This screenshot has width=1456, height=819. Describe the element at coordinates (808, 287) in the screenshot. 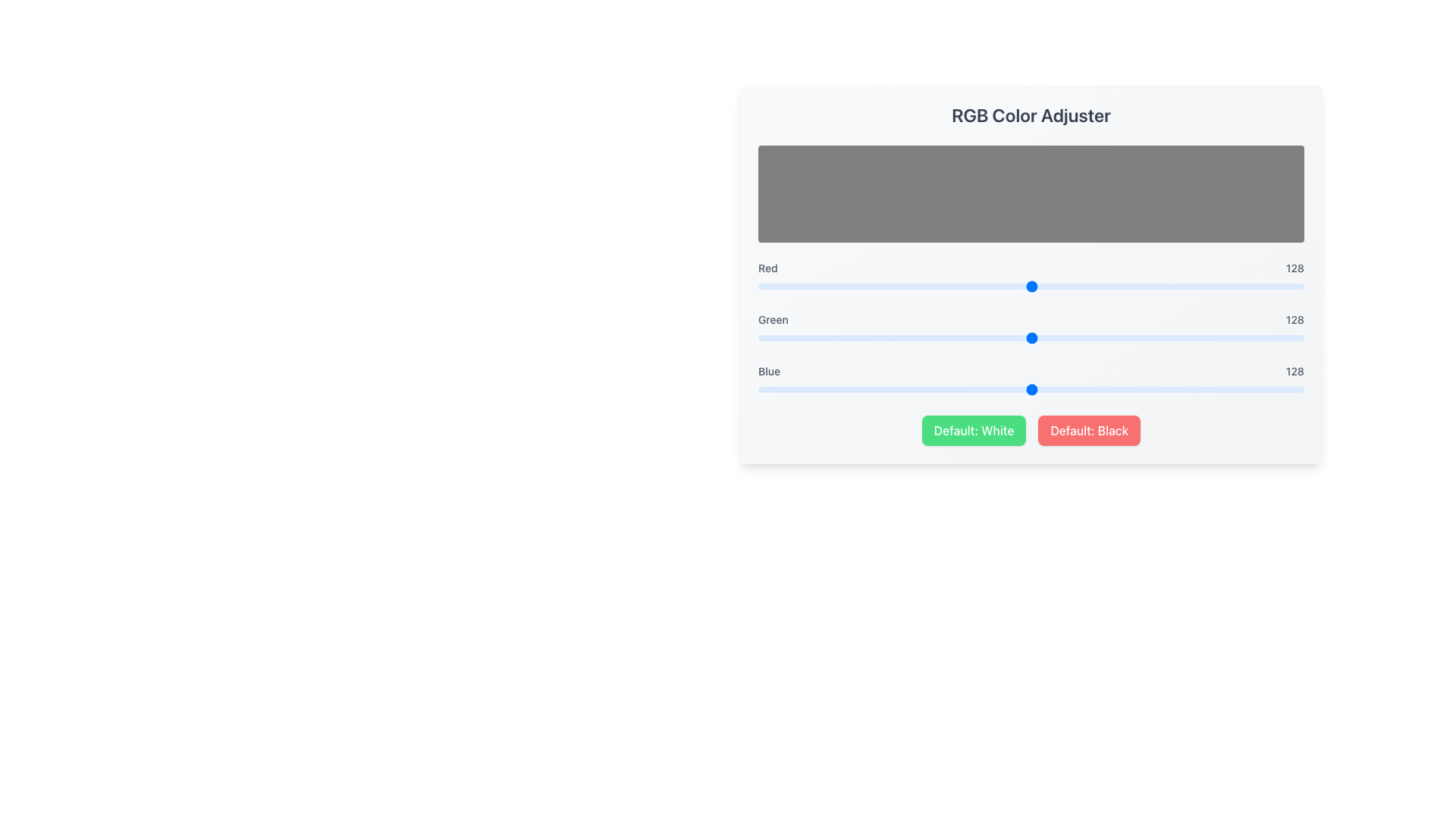

I see `the Red value` at that location.